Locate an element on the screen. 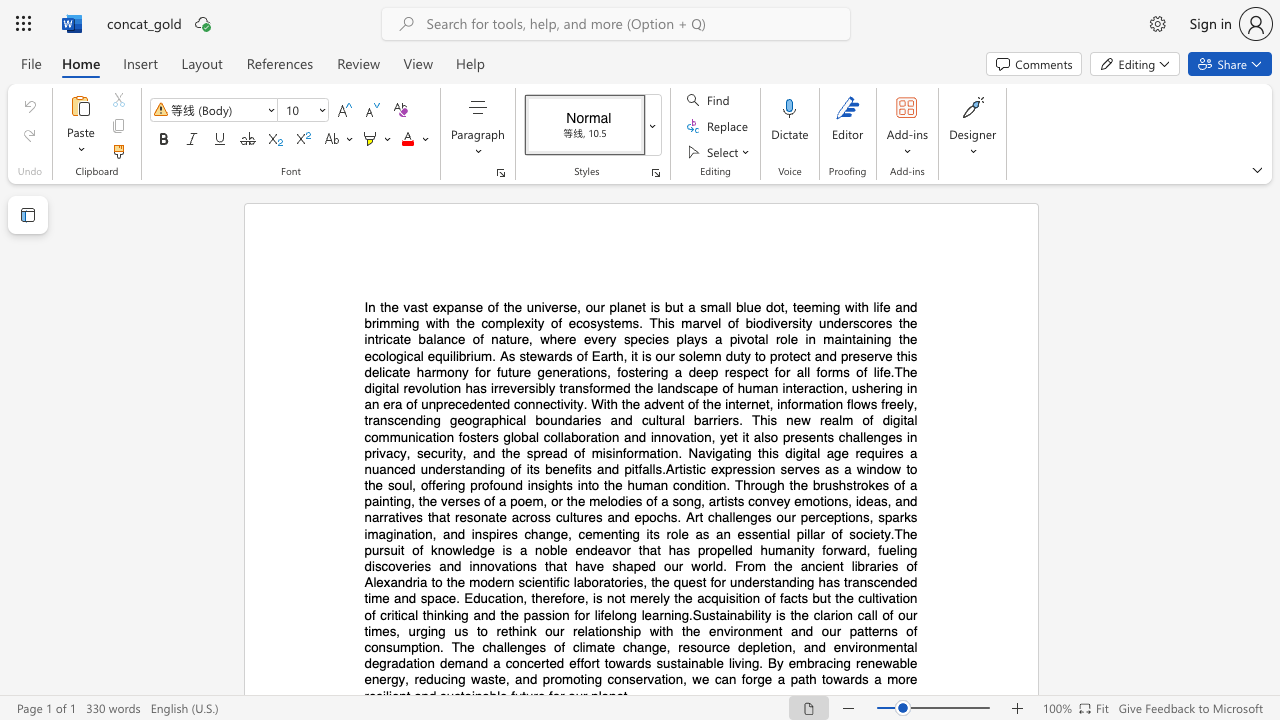 The width and height of the screenshot is (1280, 720). the 18th character "i" in the text is located at coordinates (584, 419).